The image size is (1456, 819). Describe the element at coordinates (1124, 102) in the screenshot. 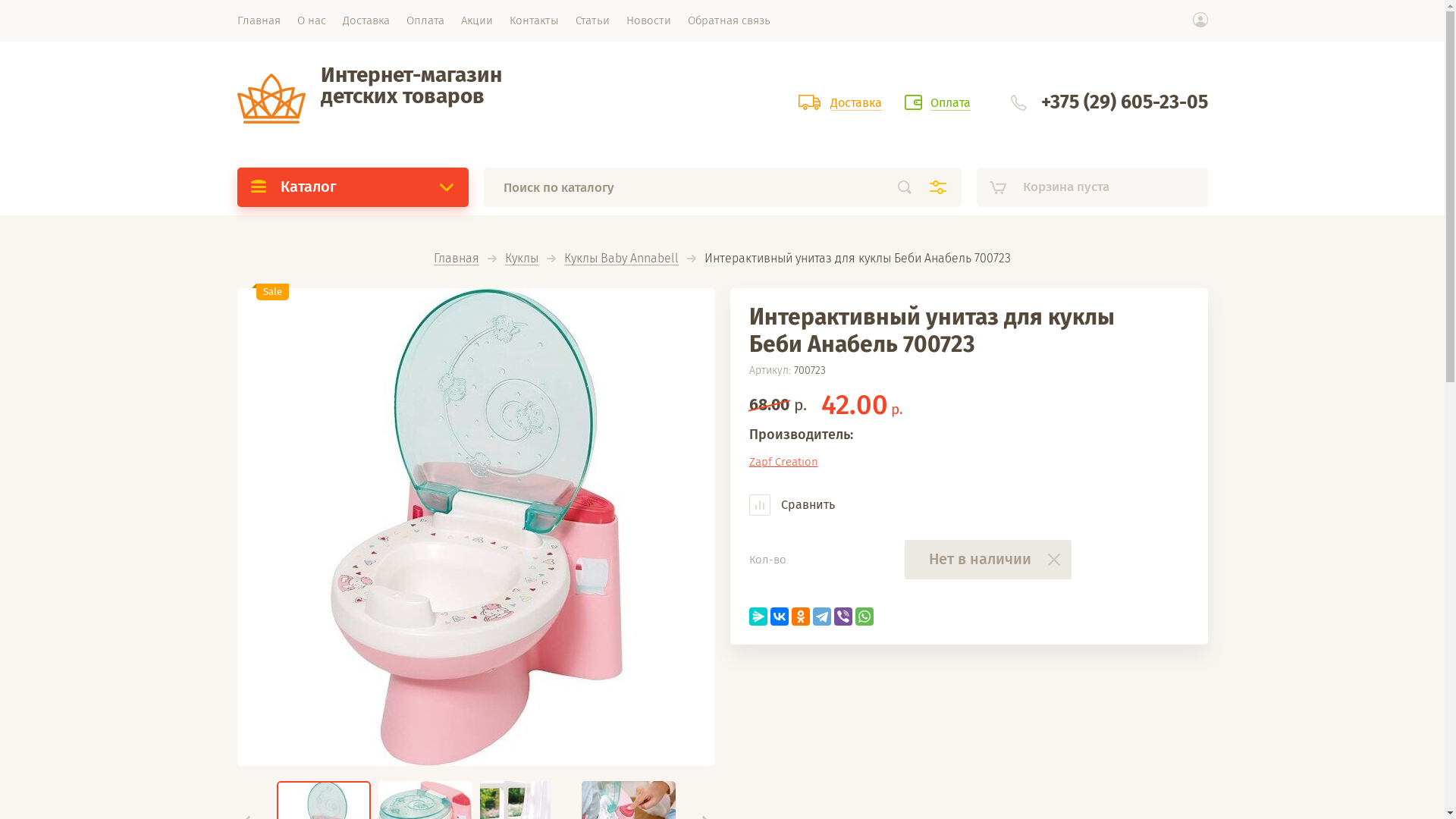

I see `'+375 (29) 605-23-05'` at that location.